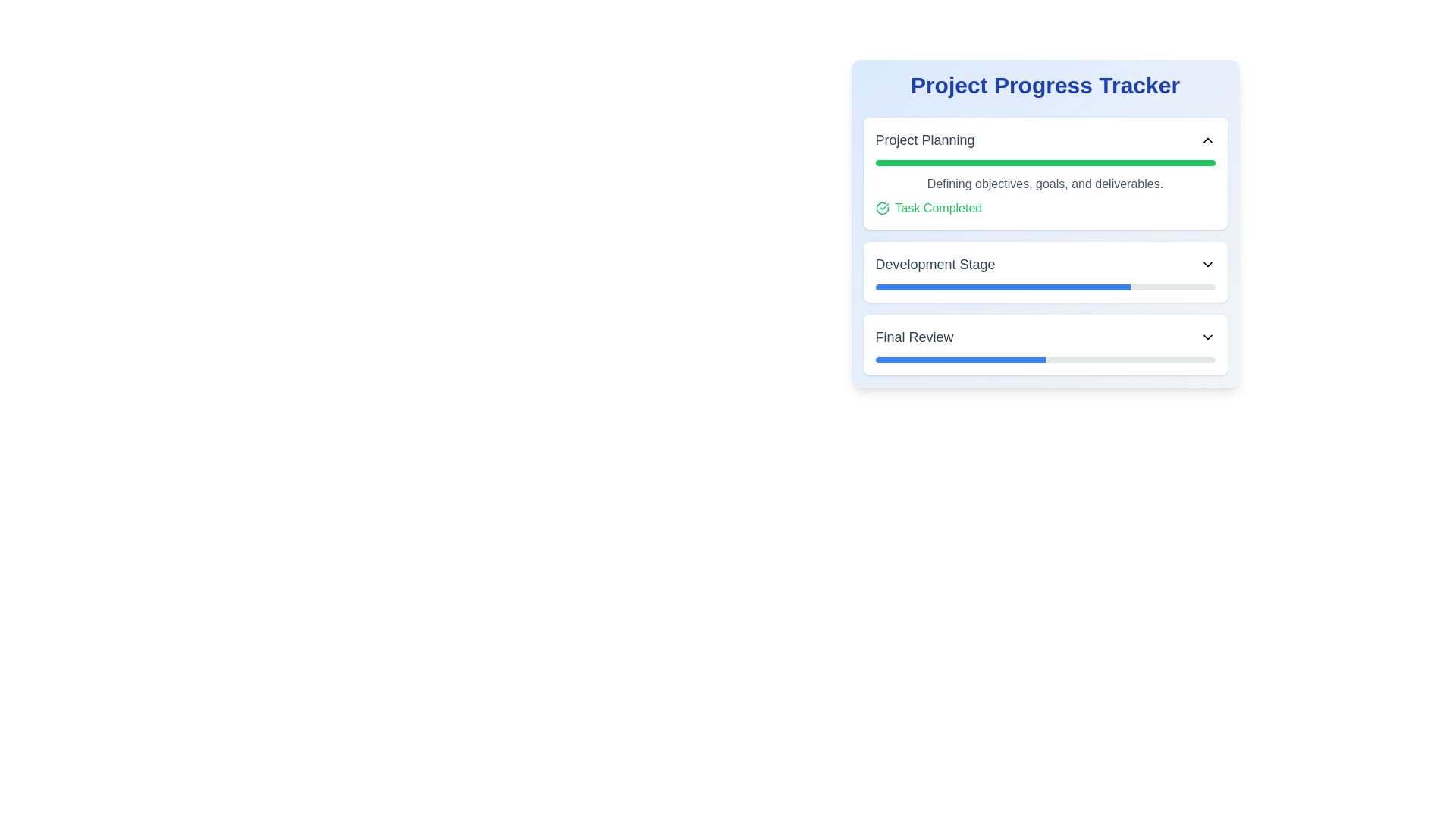 This screenshot has height=819, width=1456. Describe the element at coordinates (1207, 336) in the screenshot. I see `the downward-pointing chevron icon next to the 'Final Review' text` at that location.